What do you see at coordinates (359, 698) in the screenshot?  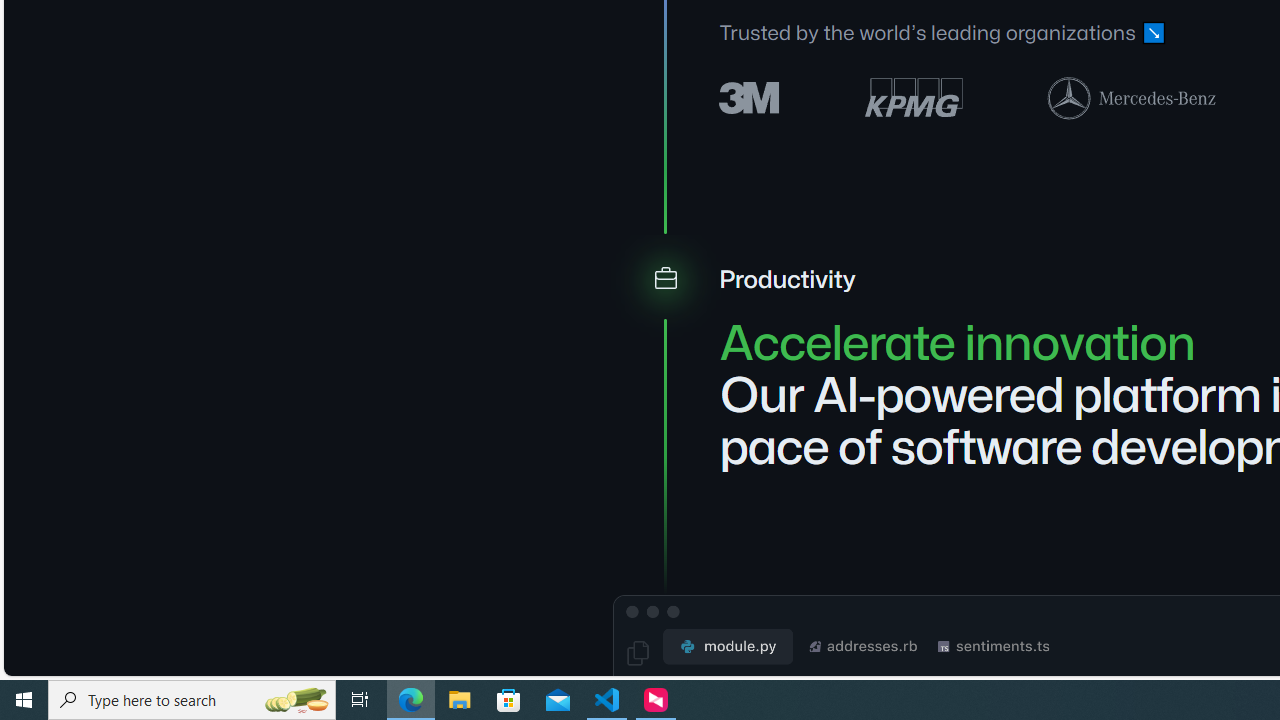 I see `'Task View'` at bounding box center [359, 698].